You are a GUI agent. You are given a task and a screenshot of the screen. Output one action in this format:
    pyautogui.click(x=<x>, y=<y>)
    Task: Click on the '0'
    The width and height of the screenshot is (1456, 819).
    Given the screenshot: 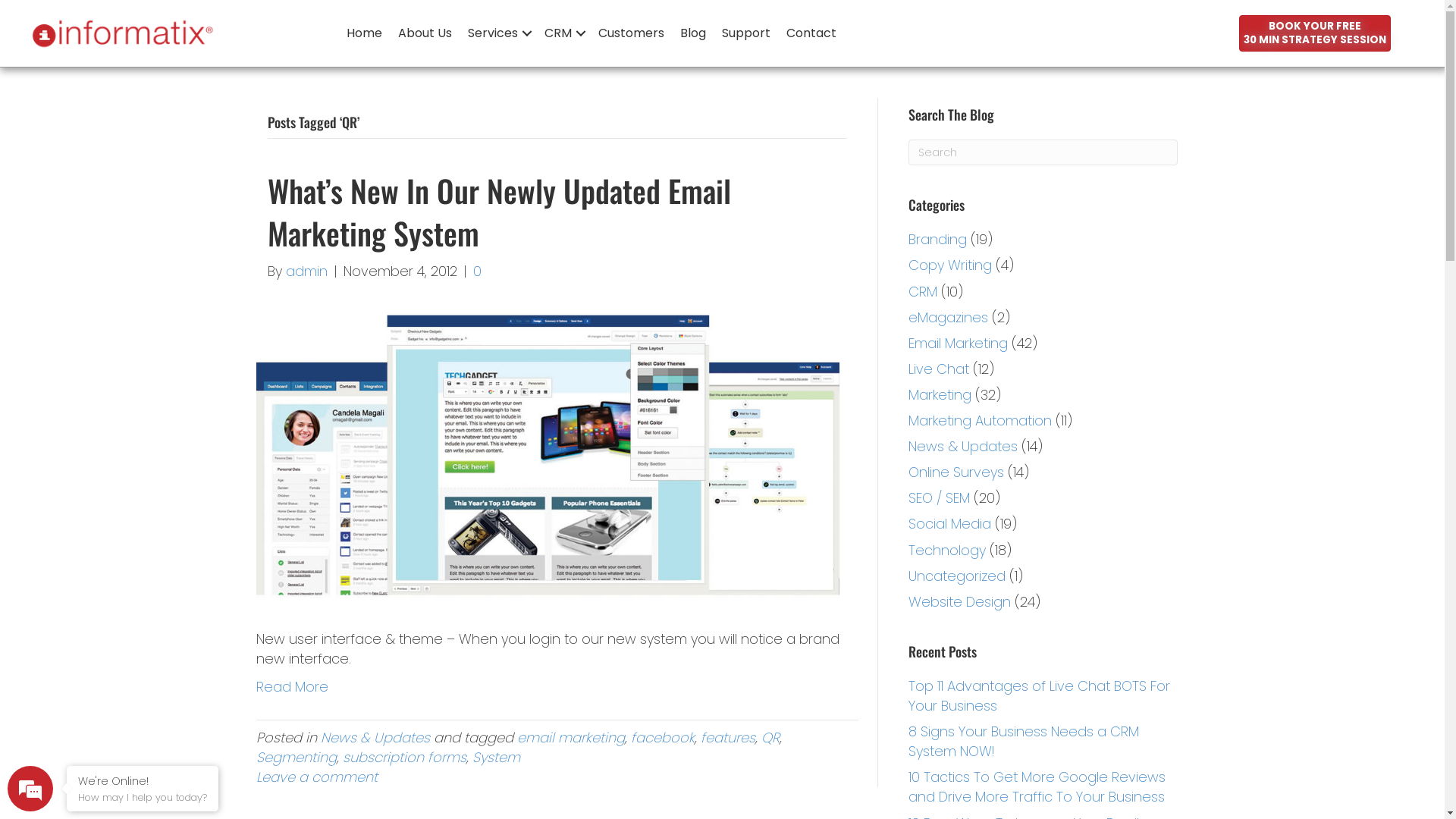 What is the action you would take?
    pyautogui.click(x=476, y=270)
    